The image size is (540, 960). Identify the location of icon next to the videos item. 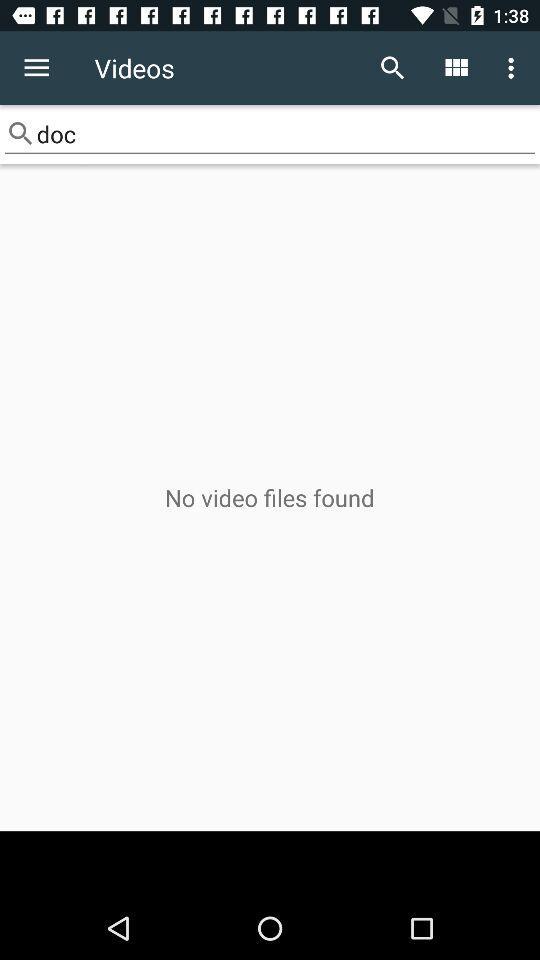
(36, 68).